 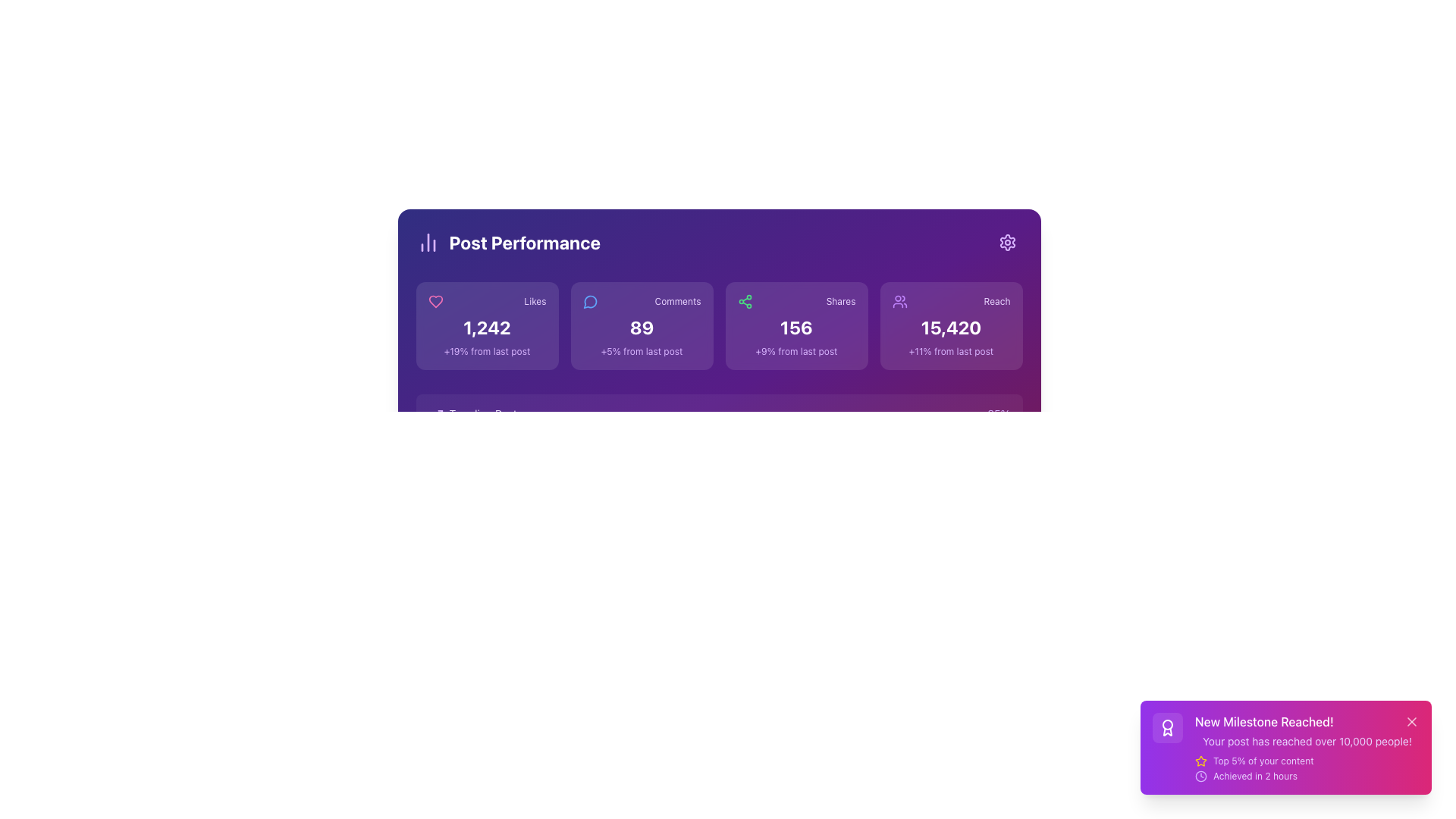 What do you see at coordinates (839, 301) in the screenshot?
I see `the text label element reading 'Shares', styled with a small font and light purple color, located in the upper right region of its respective performance statistics card` at bounding box center [839, 301].